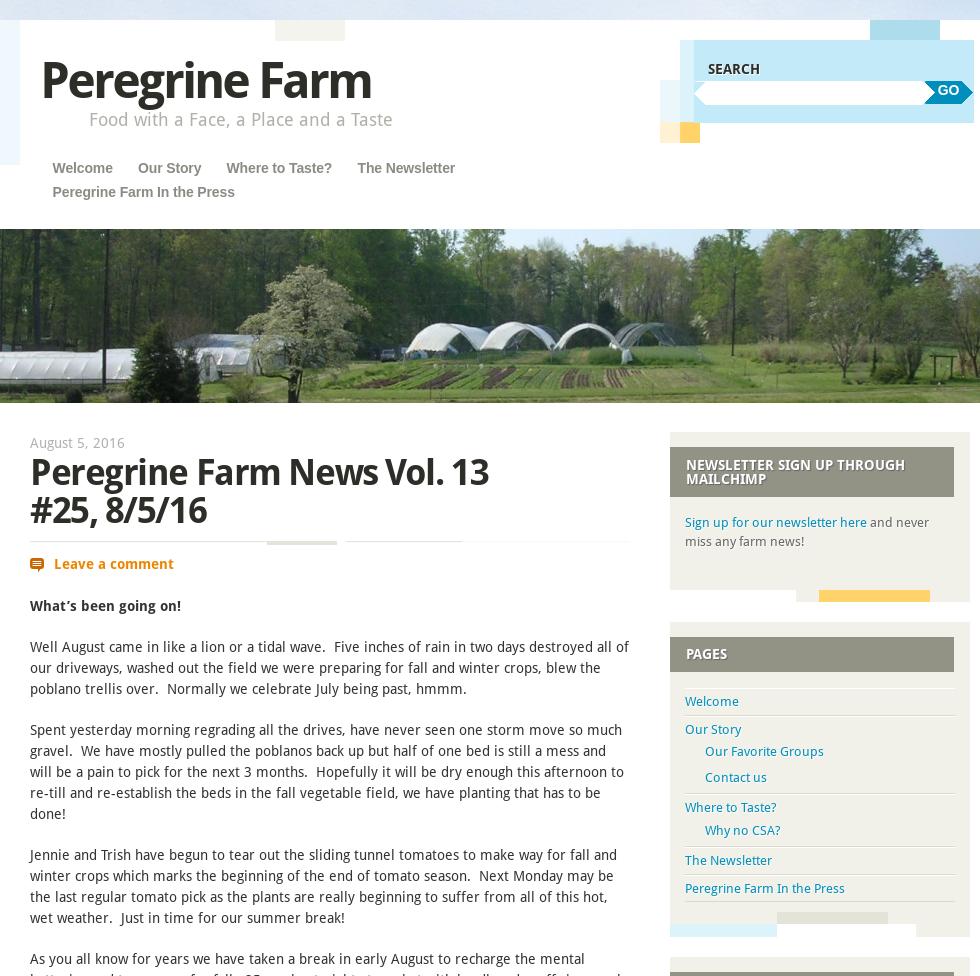 Image resolution: width=980 pixels, height=976 pixels. What do you see at coordinates (112, 562) in the screenshot?
I see `'Leave a comment'` at bounding box center [112, 562].